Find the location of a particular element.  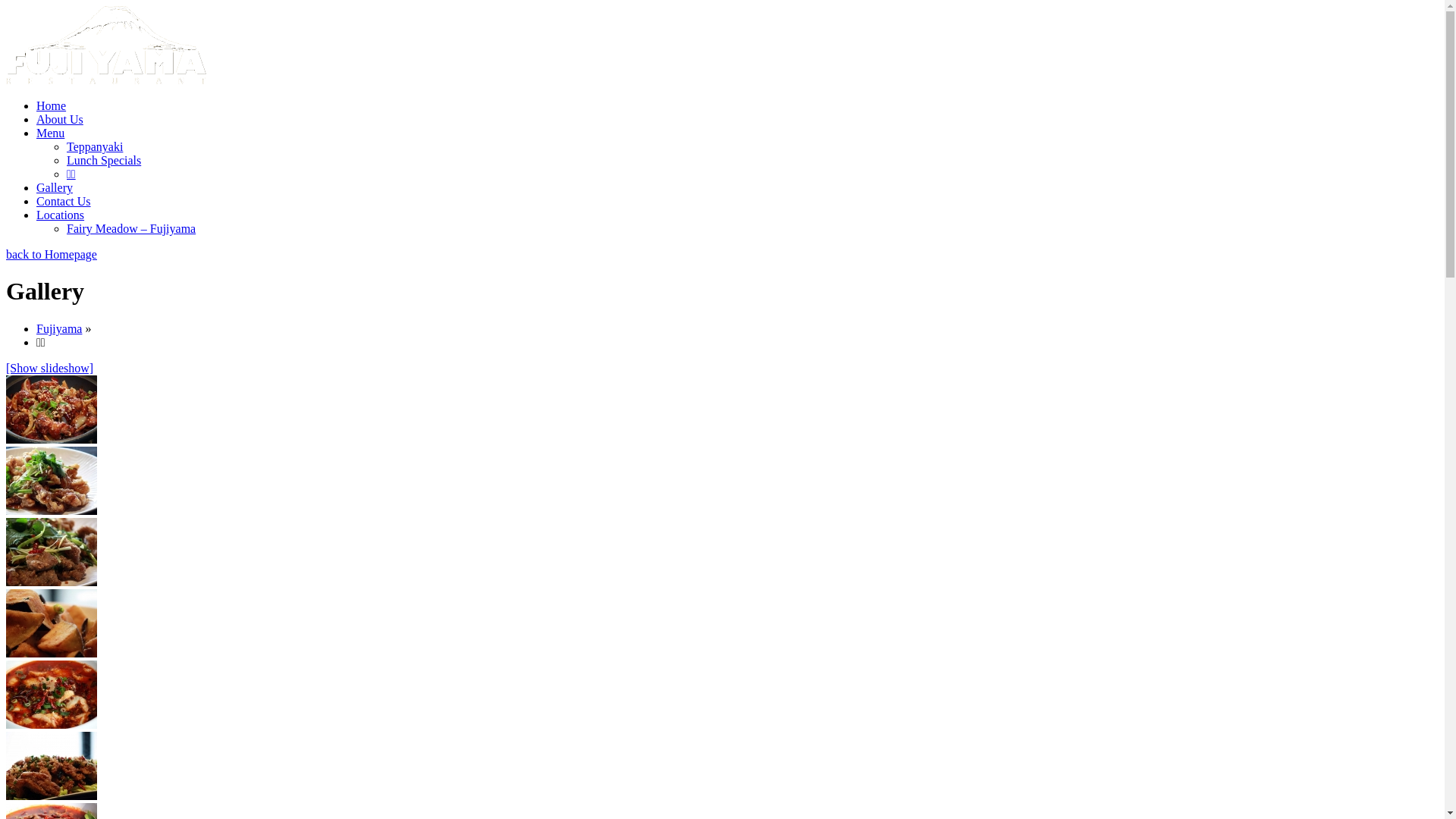

'Deep-Fried-Spicy-Beef' is located at coordinates (51, 552).